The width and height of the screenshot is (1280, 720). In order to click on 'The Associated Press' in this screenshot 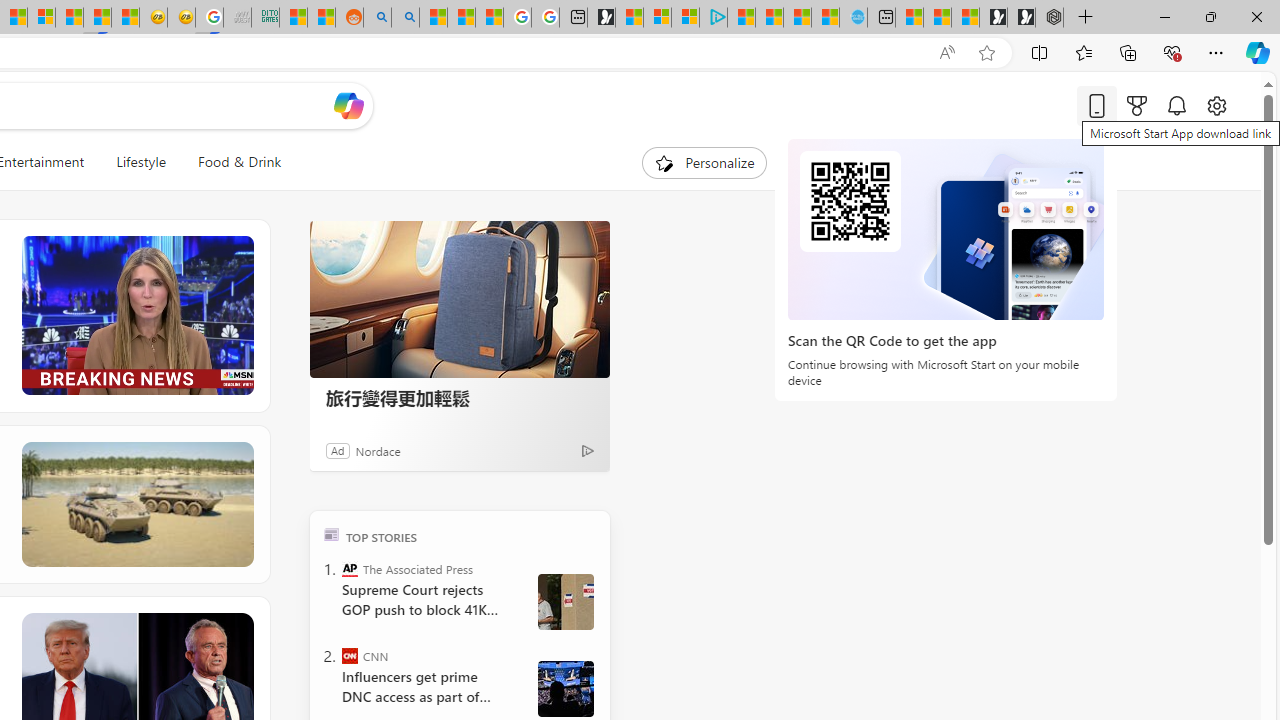, I will do `click(350, 568)`.